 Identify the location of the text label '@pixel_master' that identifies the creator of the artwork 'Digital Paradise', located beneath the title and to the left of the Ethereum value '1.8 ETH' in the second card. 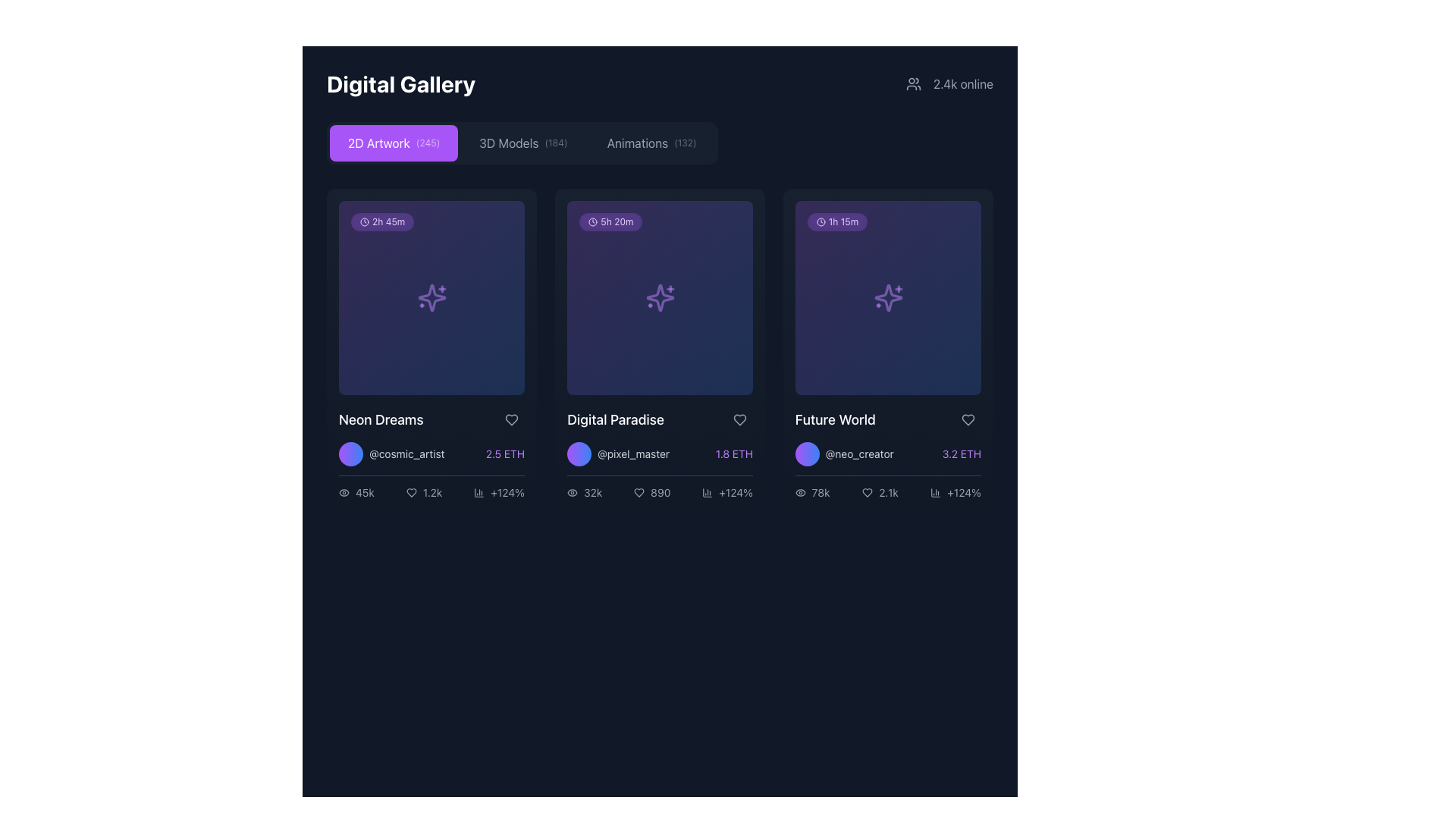
(618, 453).